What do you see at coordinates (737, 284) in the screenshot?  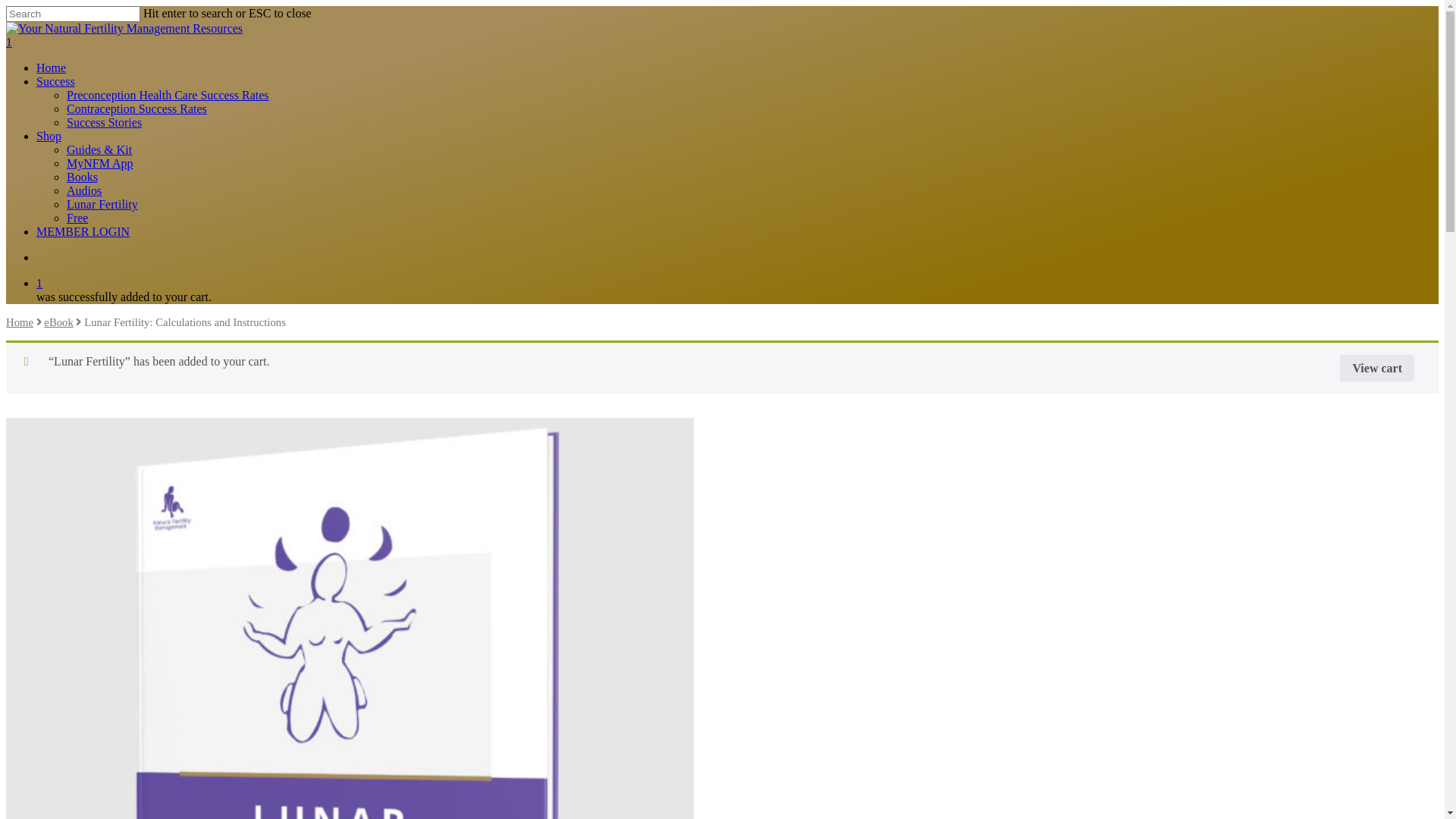 I see `'1'` at bounding box center [737, 284].